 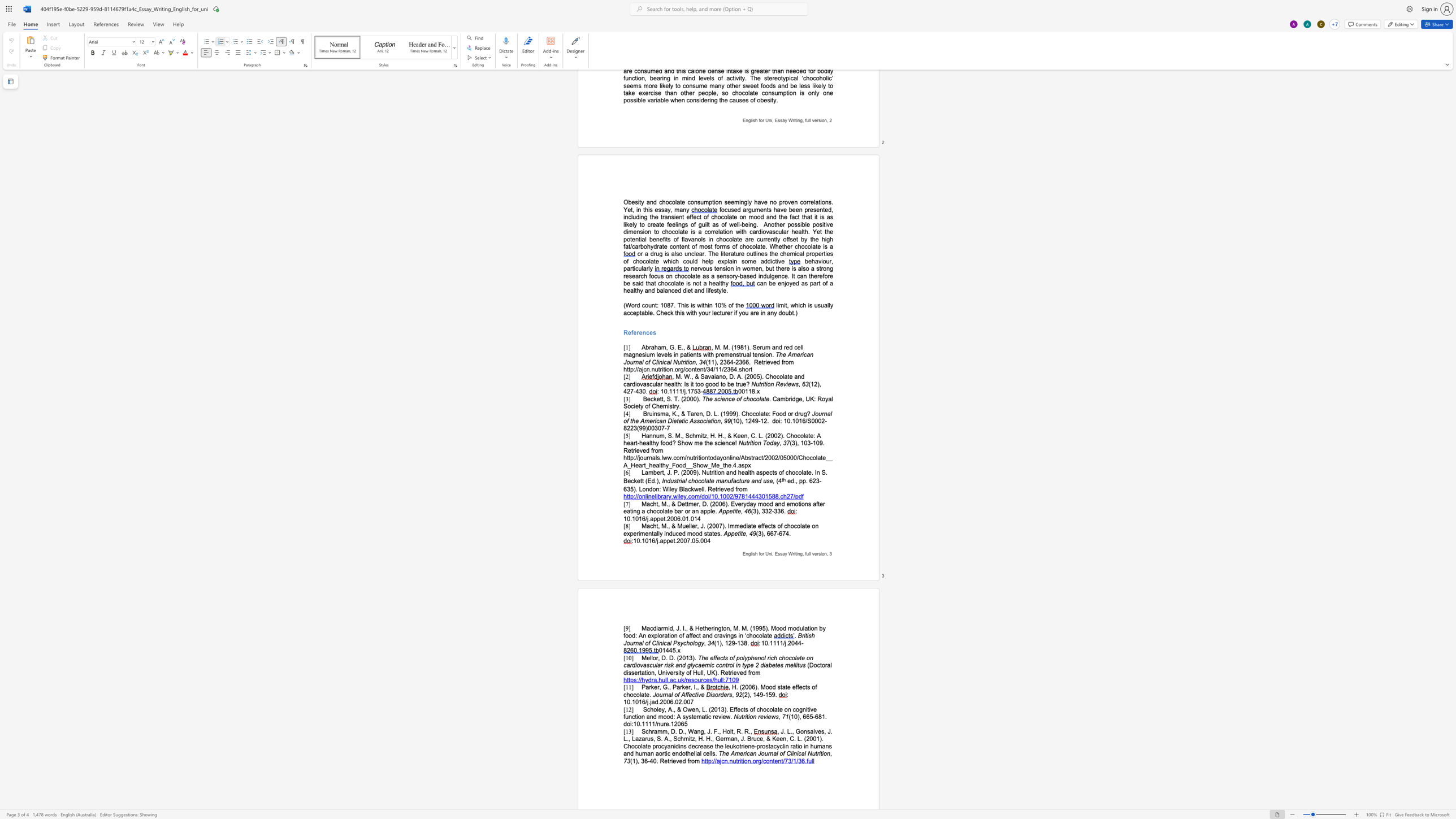 What do you see at coordinates (779, 746) in the screenshot?
I see `the space between the continuous character "y" and "c" in the text` at bounding box center [779, 746].